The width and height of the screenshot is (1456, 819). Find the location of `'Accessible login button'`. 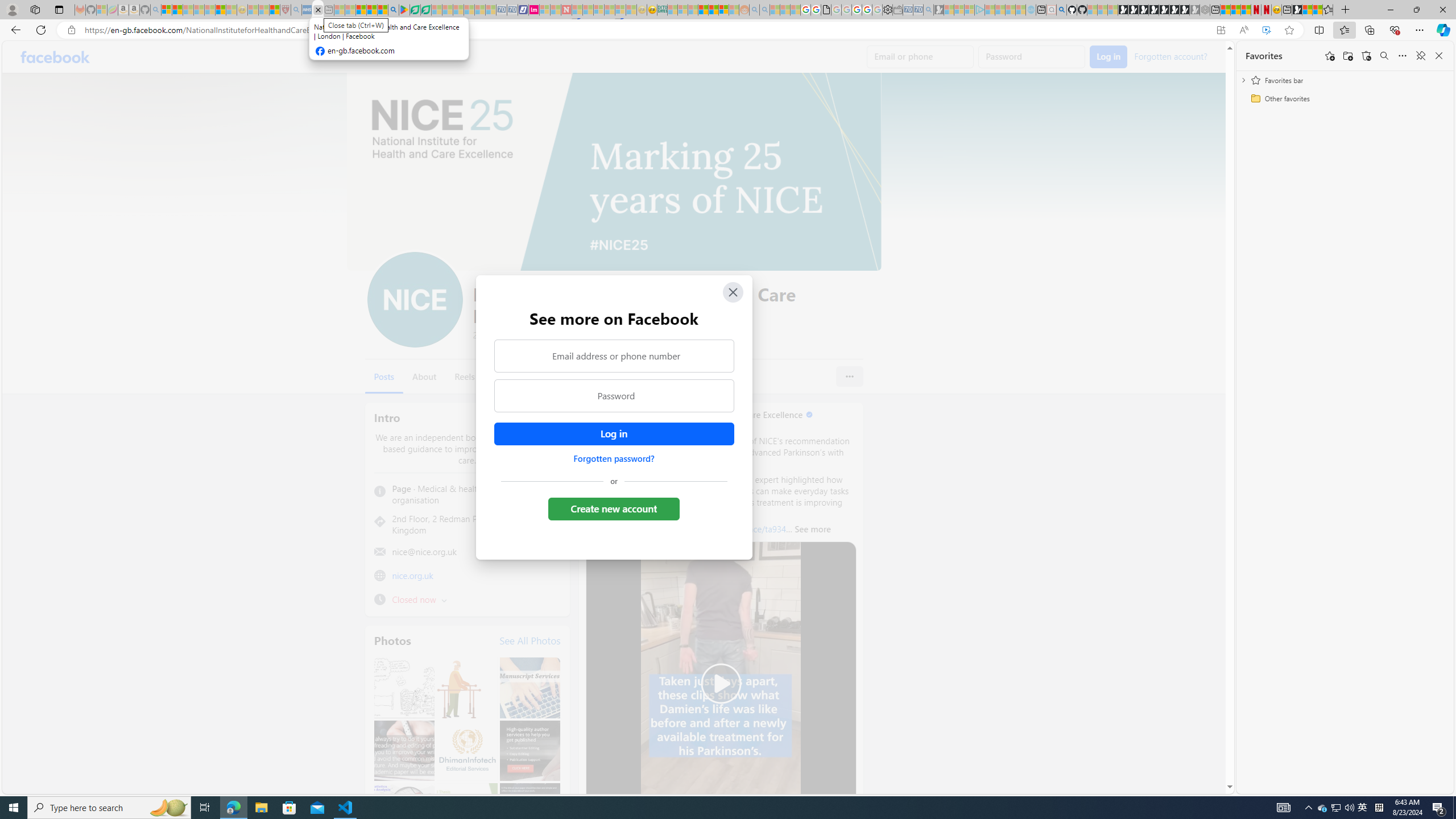

'Accessible login button' is located at coordinates (614, 433).